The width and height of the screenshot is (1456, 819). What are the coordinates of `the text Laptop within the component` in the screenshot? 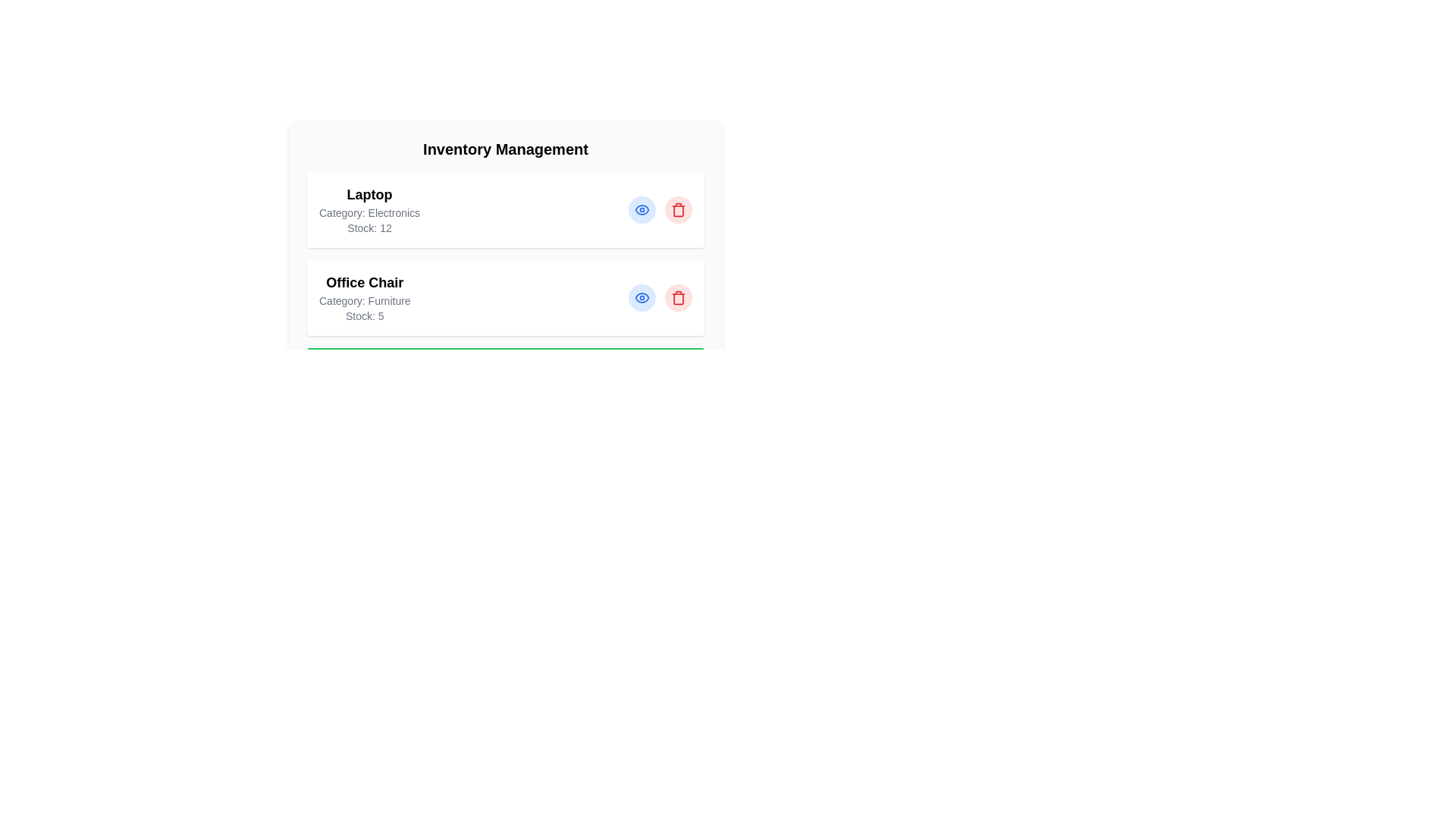 It's located at (369, 194).